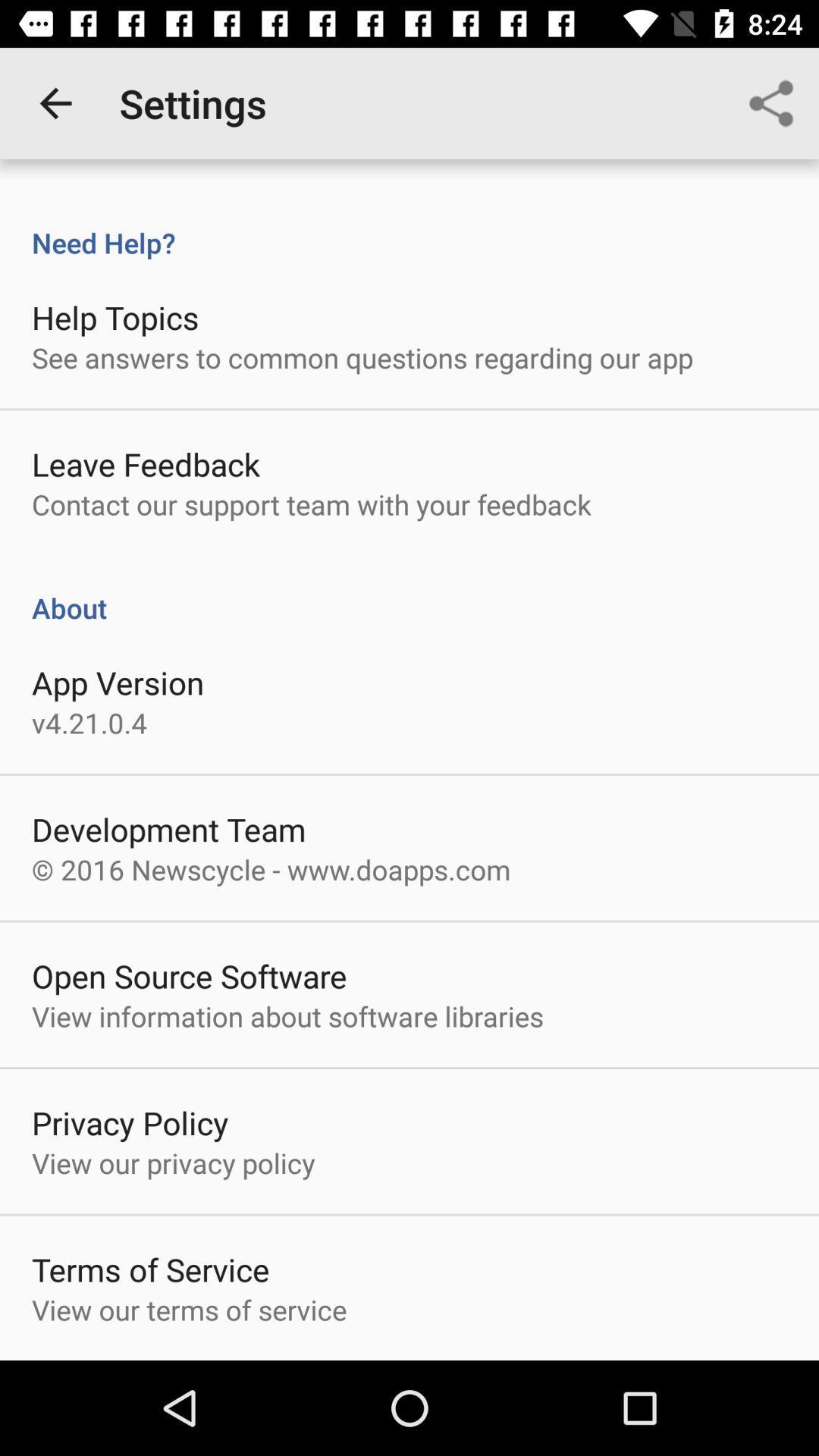 This screenshot has height=1456, width=819. I want to click on the need help? icon, so click(409, 226).